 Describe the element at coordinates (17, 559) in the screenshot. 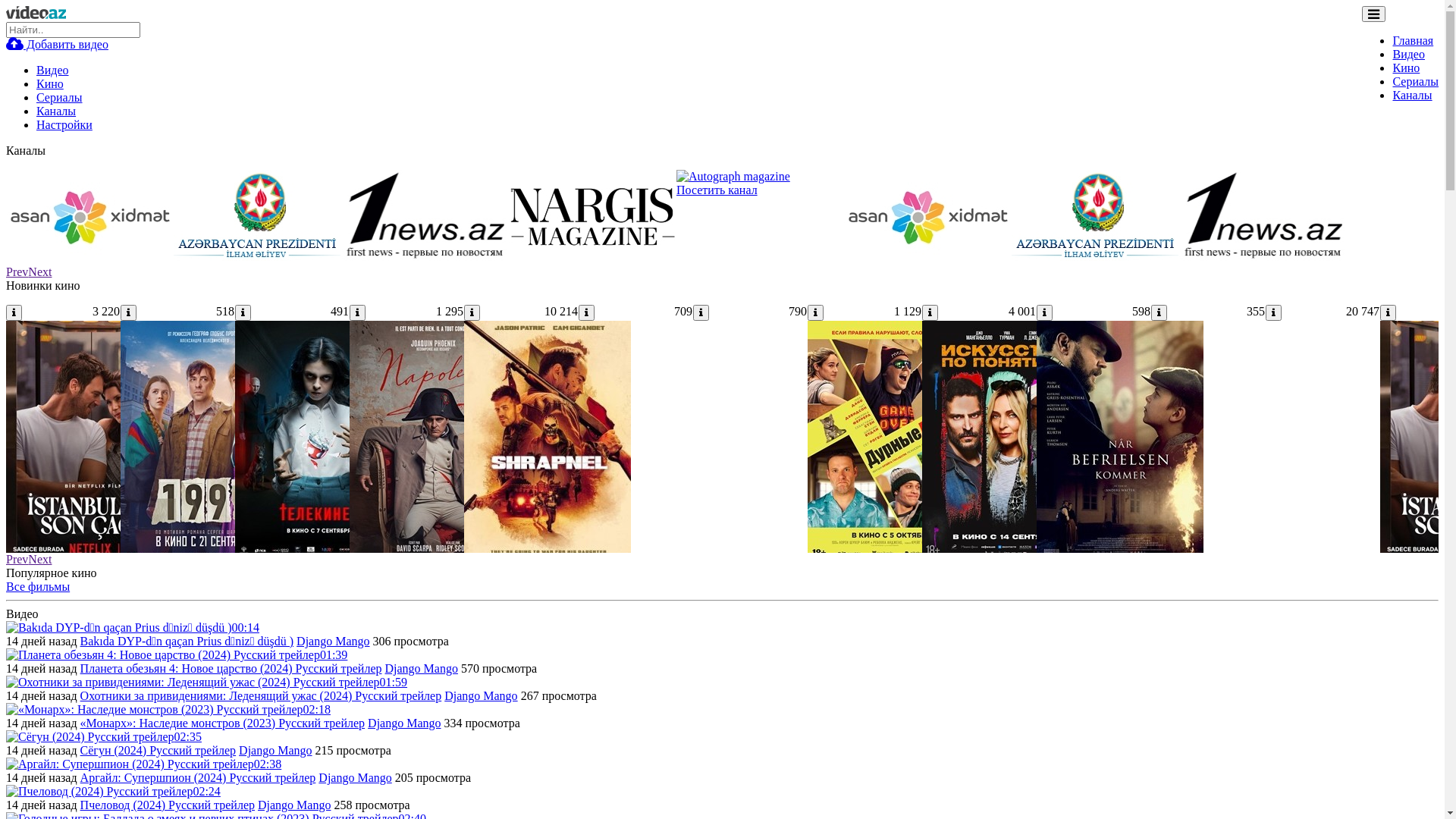

I see `'Prev'` at that location.